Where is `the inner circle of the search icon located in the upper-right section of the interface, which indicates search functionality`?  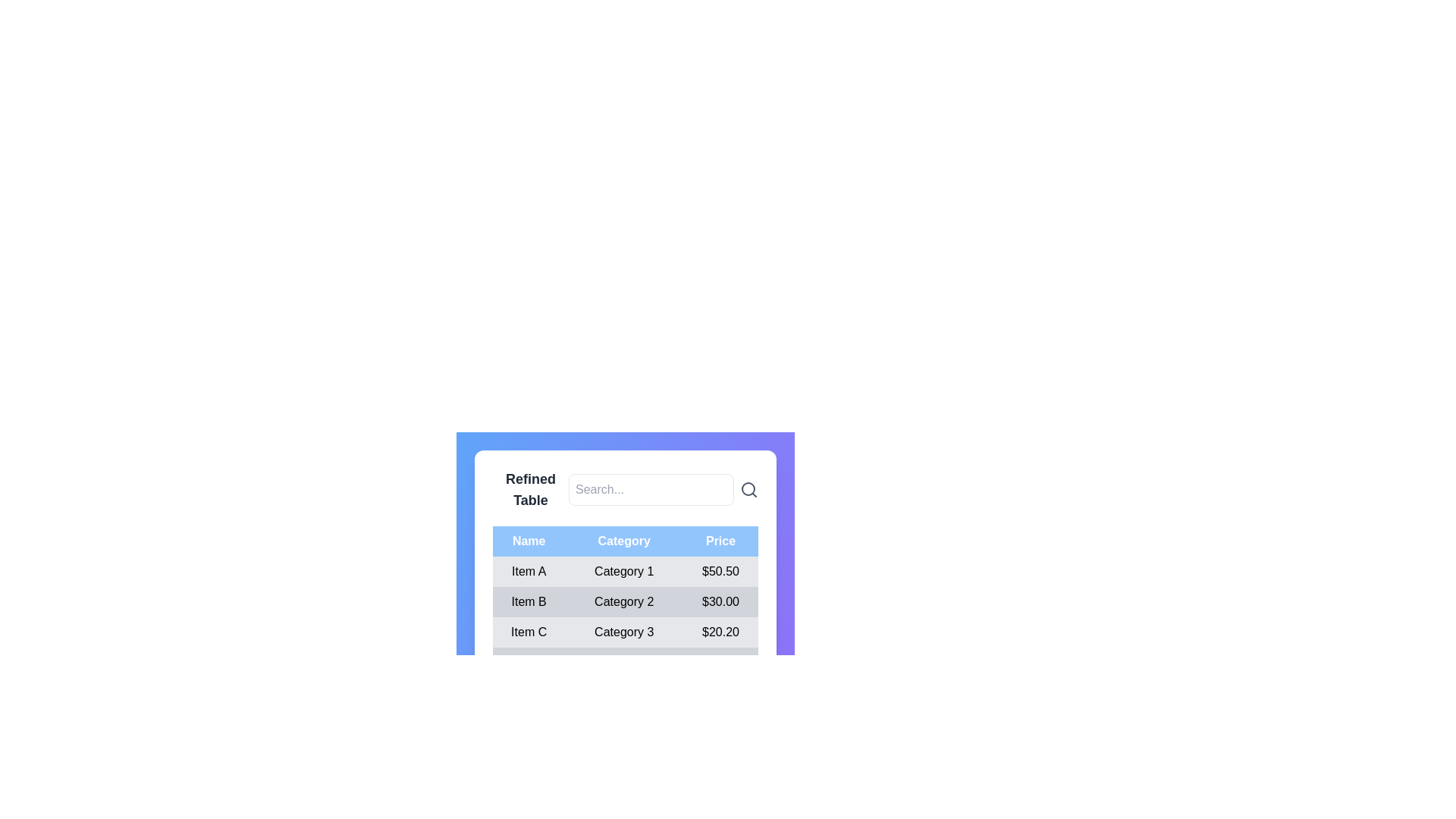 the inner circle of the search icon located in the upper-right section of the interface, which indicates search functionality is located at coordinates (748, 488).